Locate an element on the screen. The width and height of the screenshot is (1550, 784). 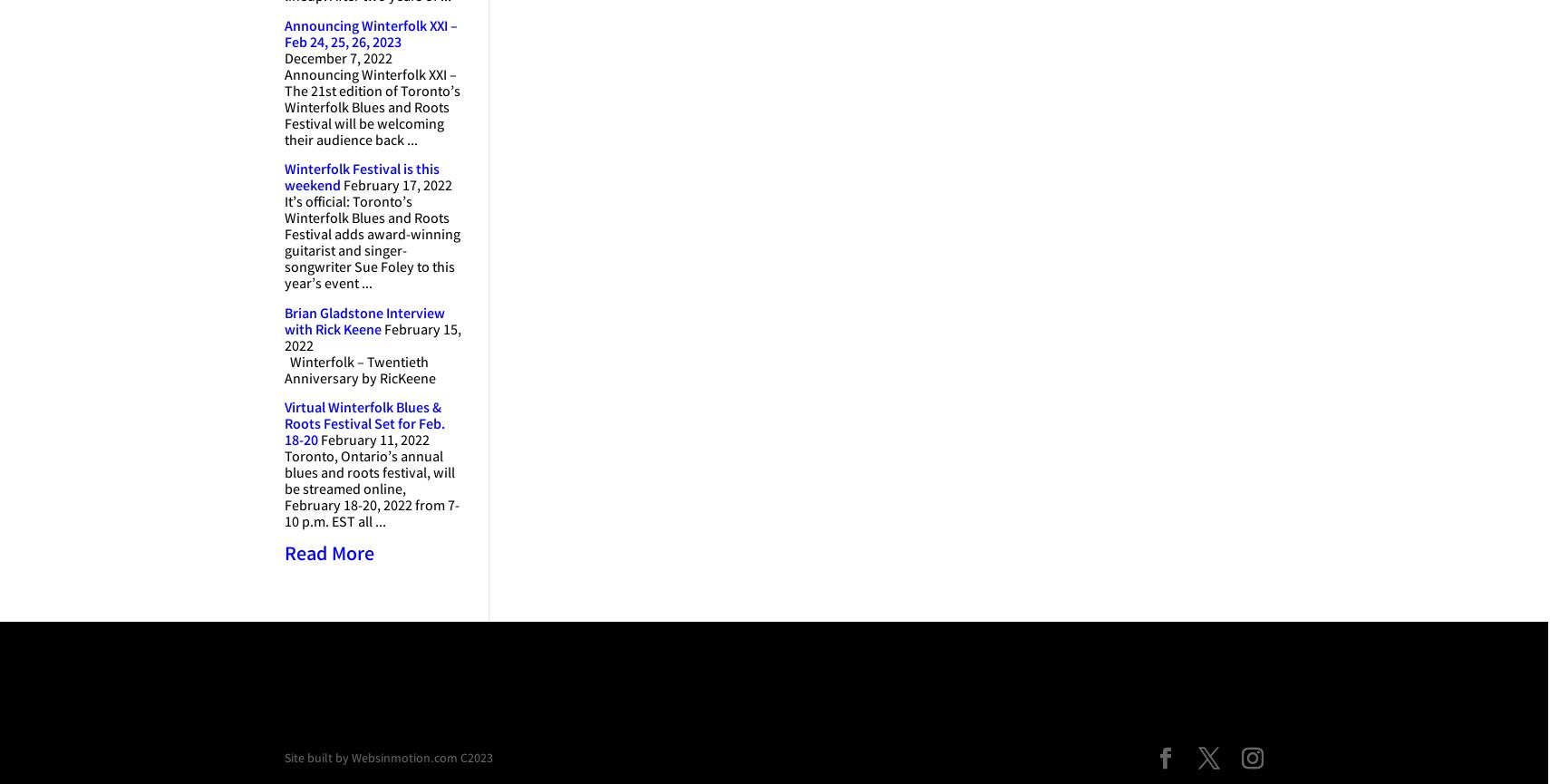
'Read More' is located at coordinates (328, 556).